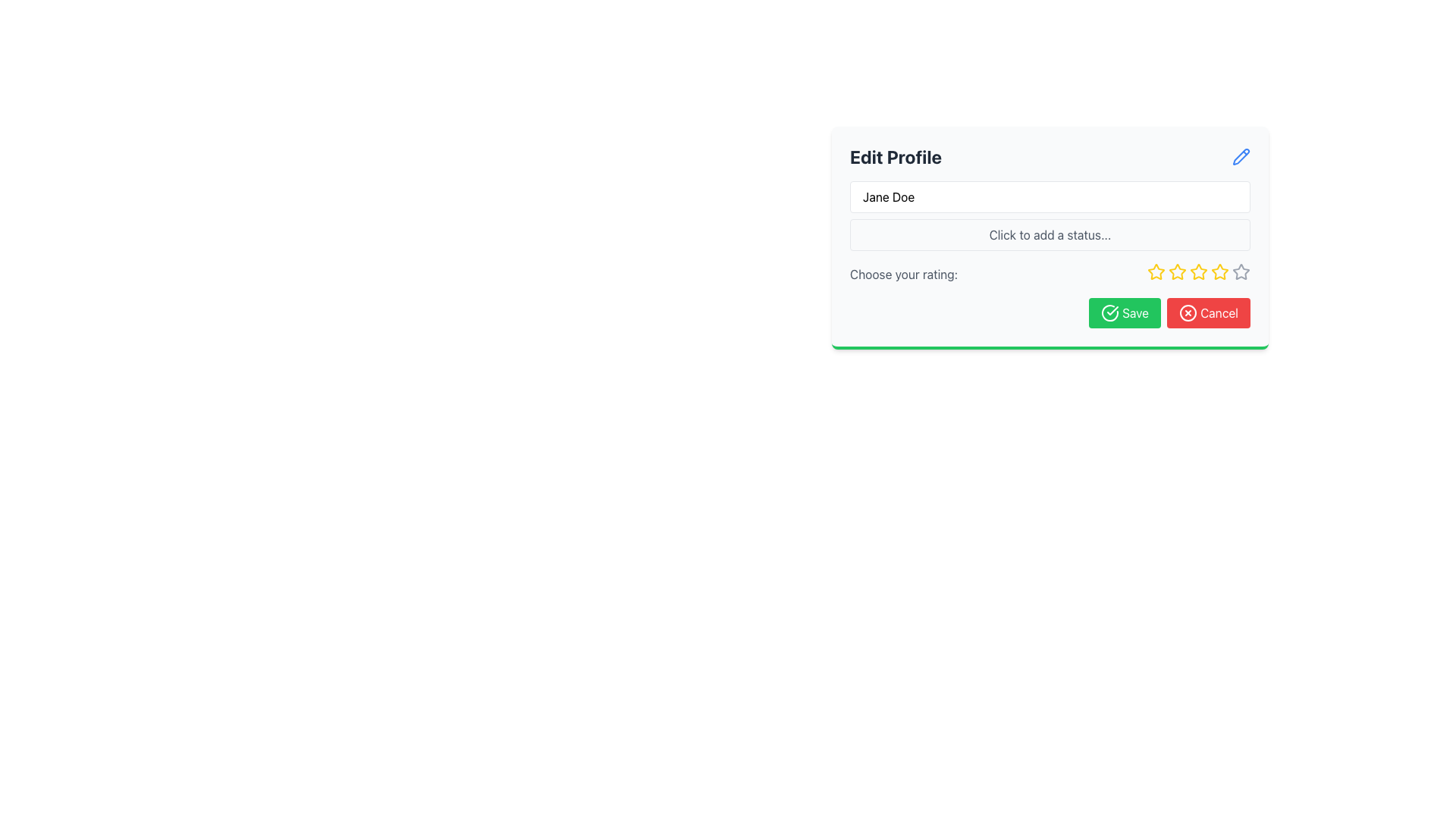 The width and height of the screenshot is (1456, 819). Describe the element at coordinates (1175, 271) in the screenshot. I see `the second star rating icon in the 5-star rating system` at that location.